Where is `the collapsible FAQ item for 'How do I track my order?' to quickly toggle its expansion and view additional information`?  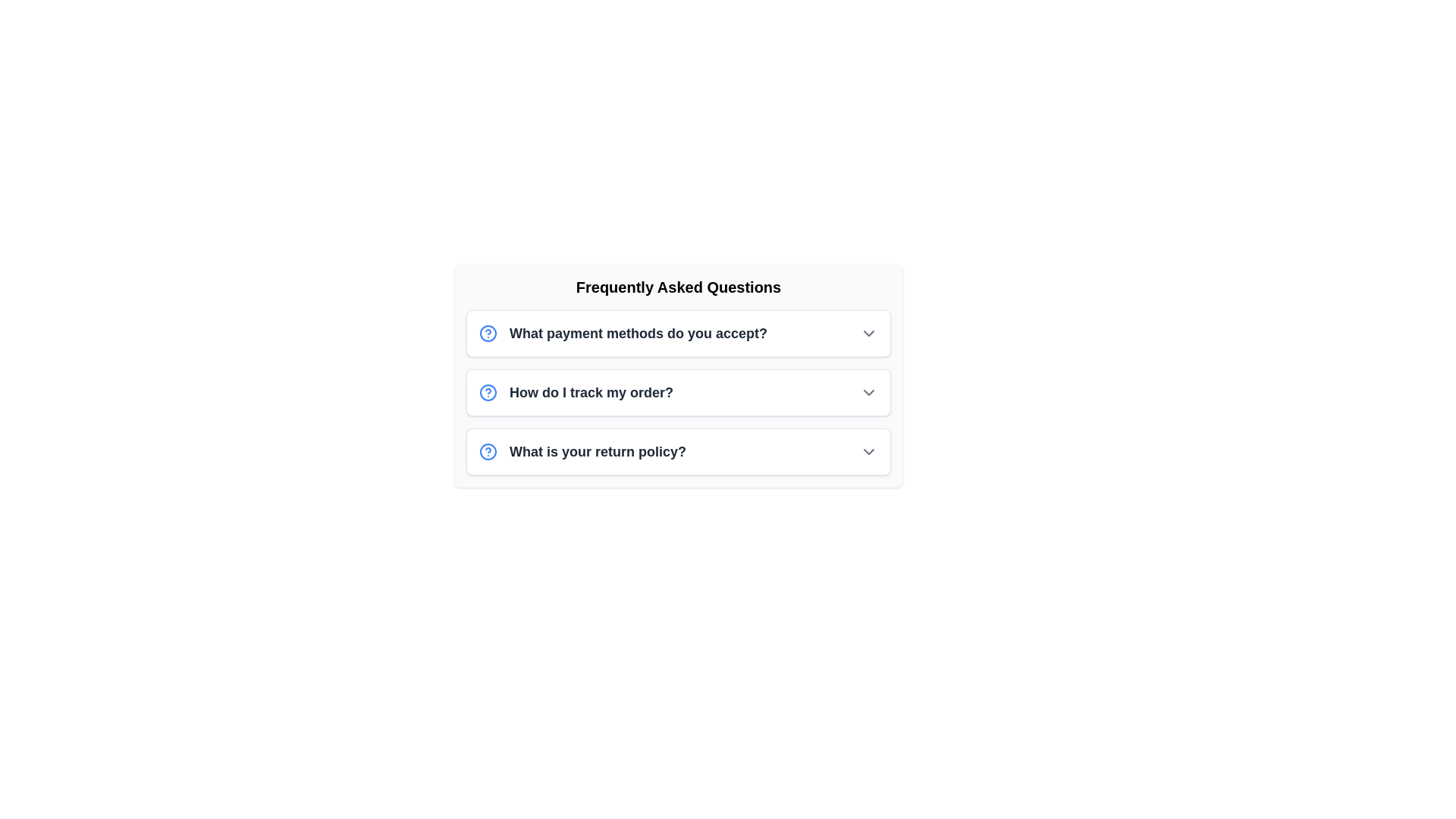 the collapsible FAQ item for 'How do I track my order?' to quickly toggle its expansion and view additional information is located at coordinates (677, 391).